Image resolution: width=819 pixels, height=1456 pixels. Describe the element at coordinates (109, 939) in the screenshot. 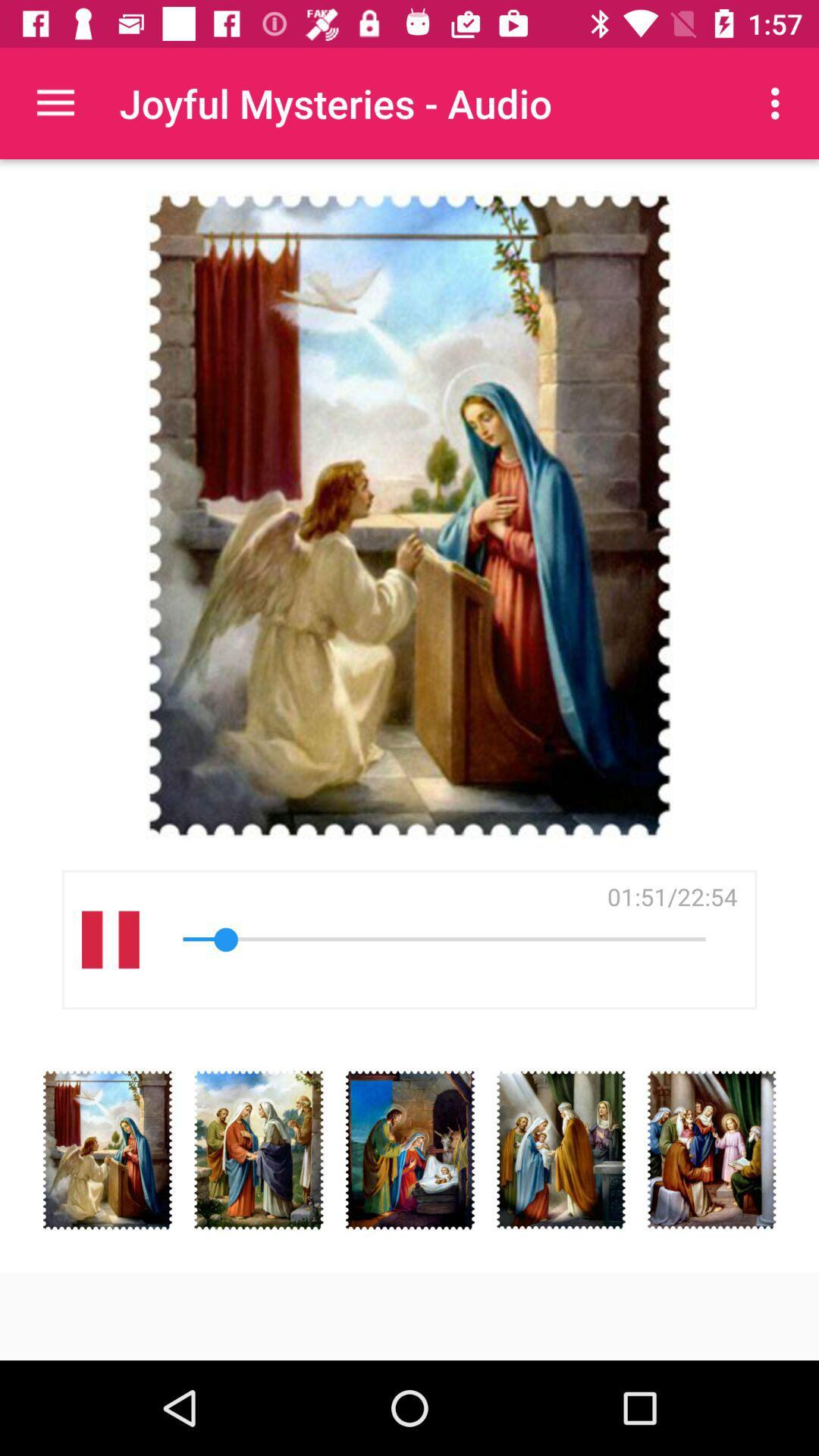

I see `the item on the left` at that location.